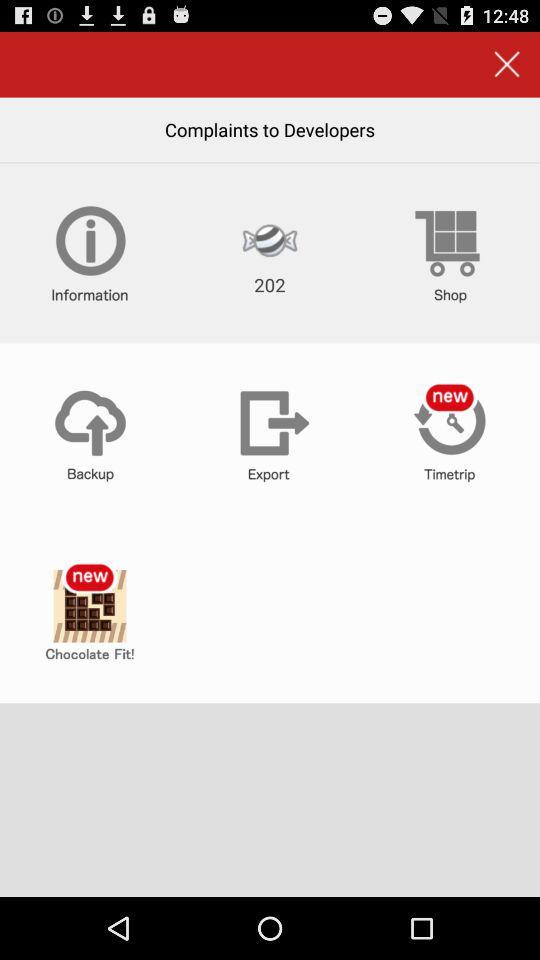 The width and height of the screenshot is (540, 960). What do you see at coordinates (89, 252) in the screenshot?
I see `the icon at the top left corner` at bounding box center [89, 252].